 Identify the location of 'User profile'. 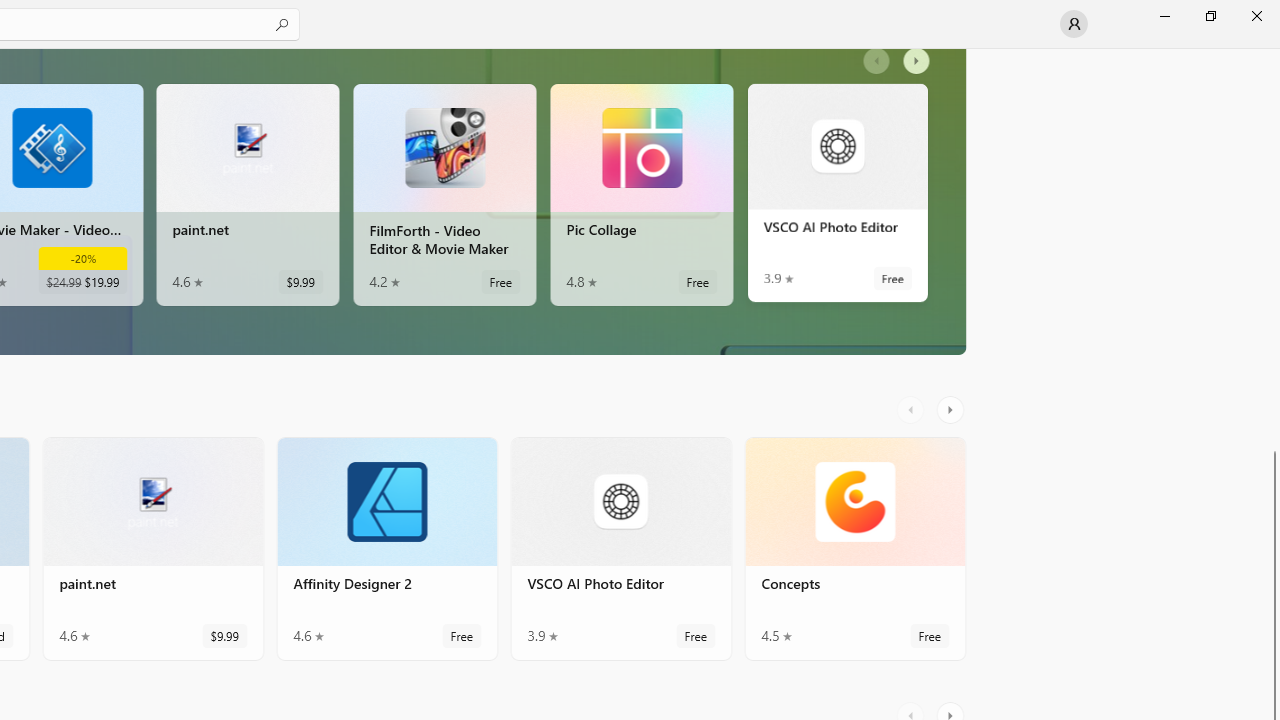
(1072, 24).